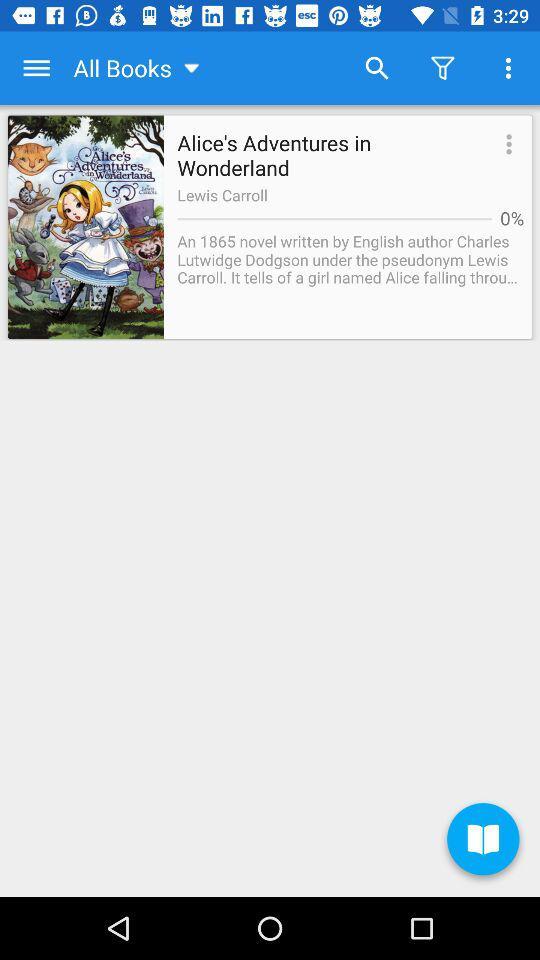  Describe the element at coordinates (482, 841) in the screenshot. I see `the app below an 1865 novel` at that location.